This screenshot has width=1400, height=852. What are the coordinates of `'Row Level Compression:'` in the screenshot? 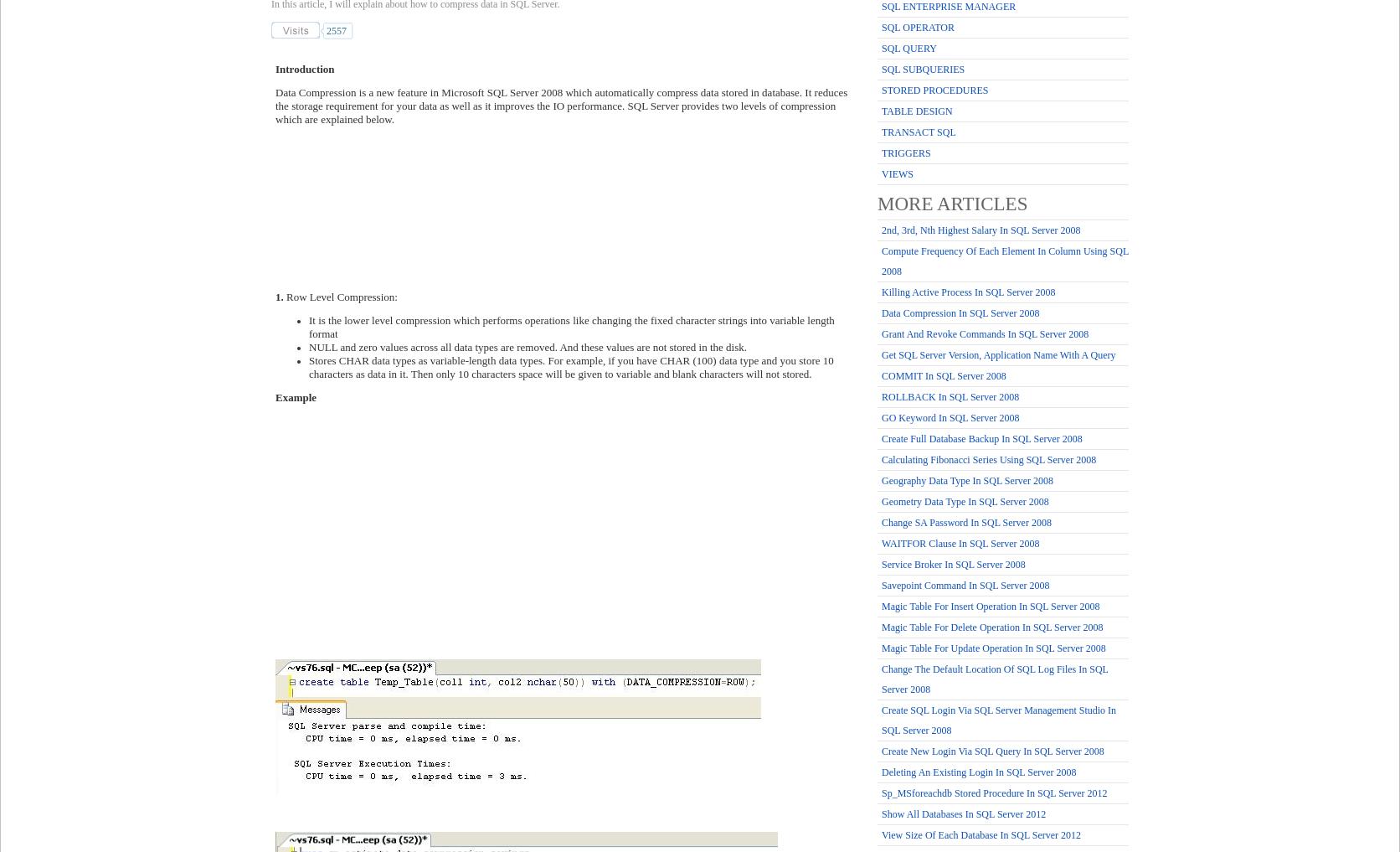 It's located at (338, 296).